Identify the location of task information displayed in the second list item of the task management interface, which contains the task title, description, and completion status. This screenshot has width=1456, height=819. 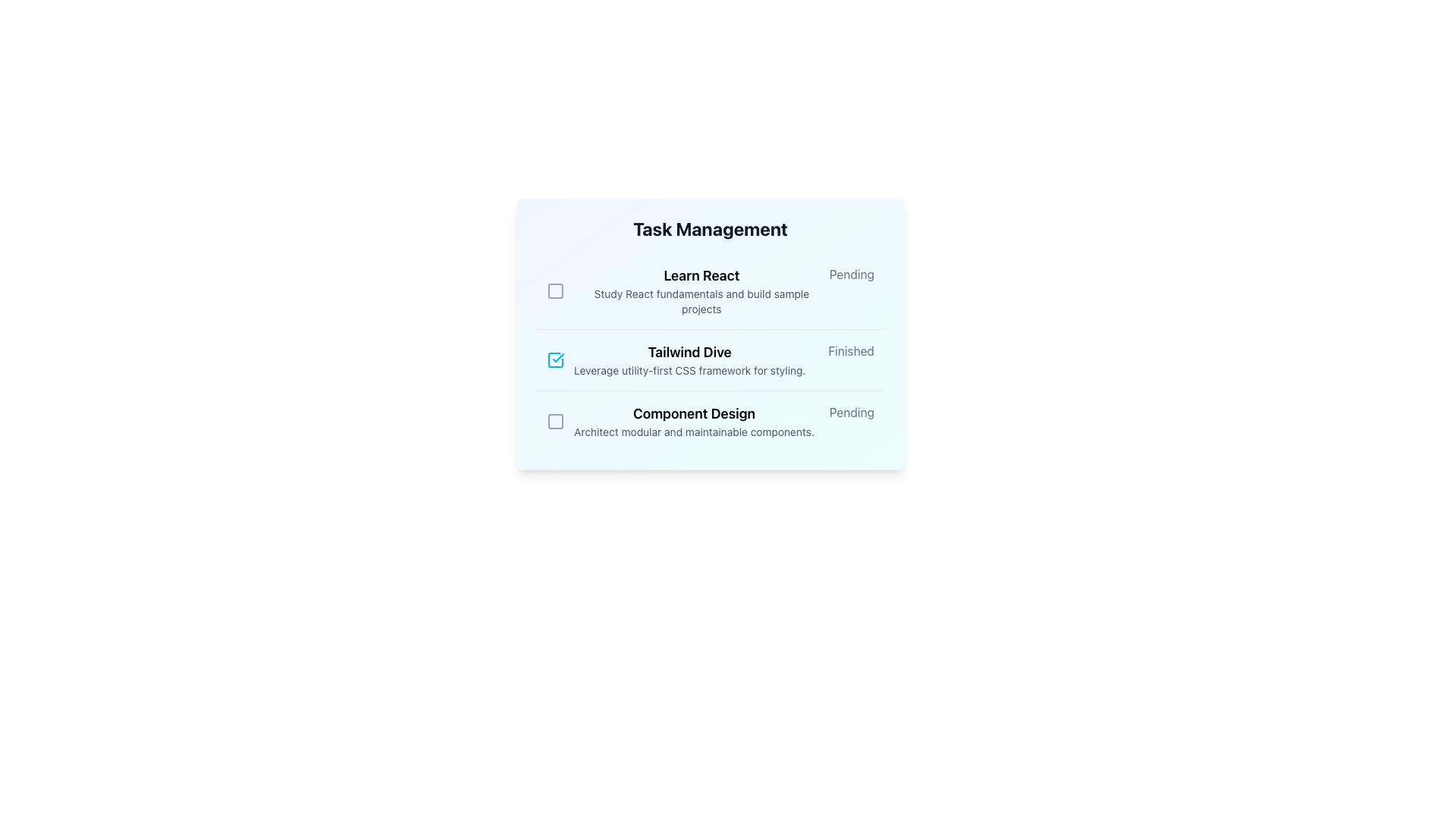
(709, 359).